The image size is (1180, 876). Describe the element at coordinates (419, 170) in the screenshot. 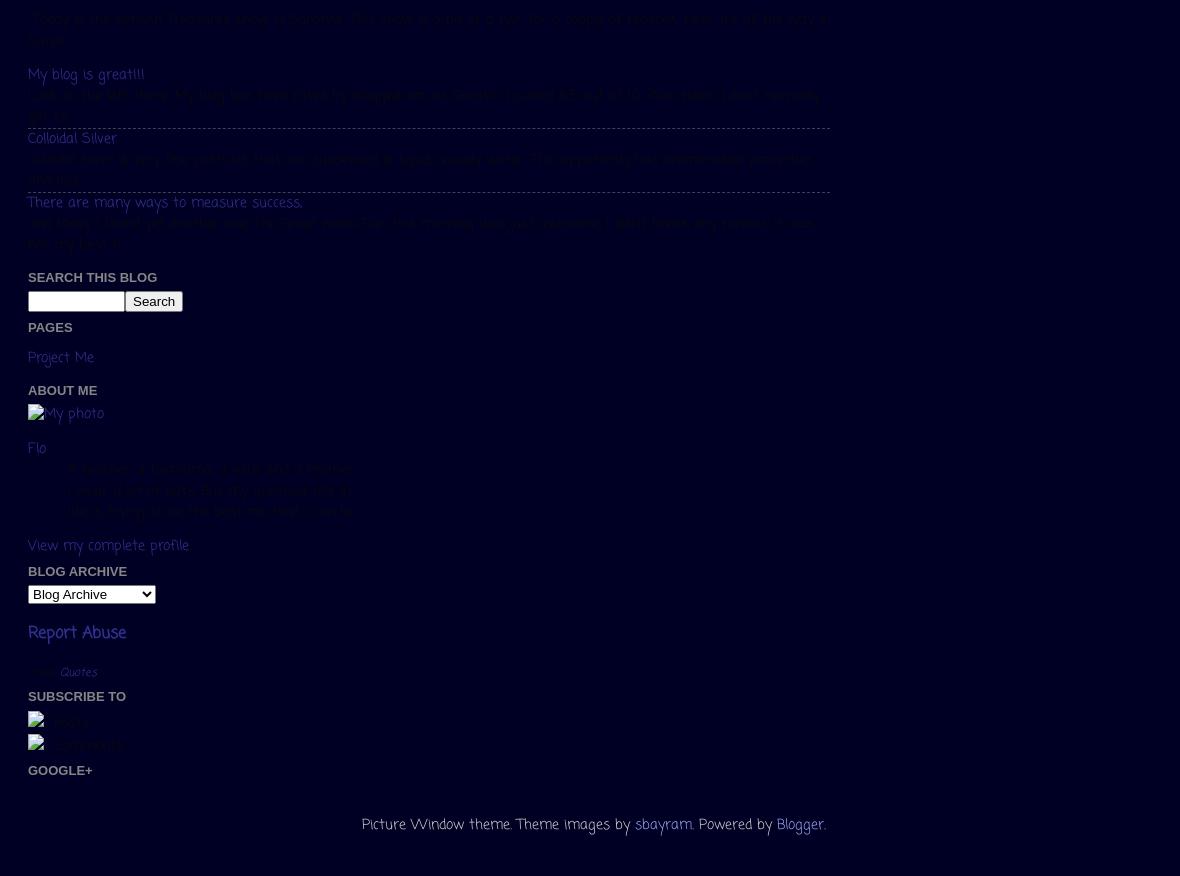

I see `'colloidal silver  is very fine particles that are suspended in liquid, usually water.  This apparently has antimicrobial properties and has ...'` at that location.